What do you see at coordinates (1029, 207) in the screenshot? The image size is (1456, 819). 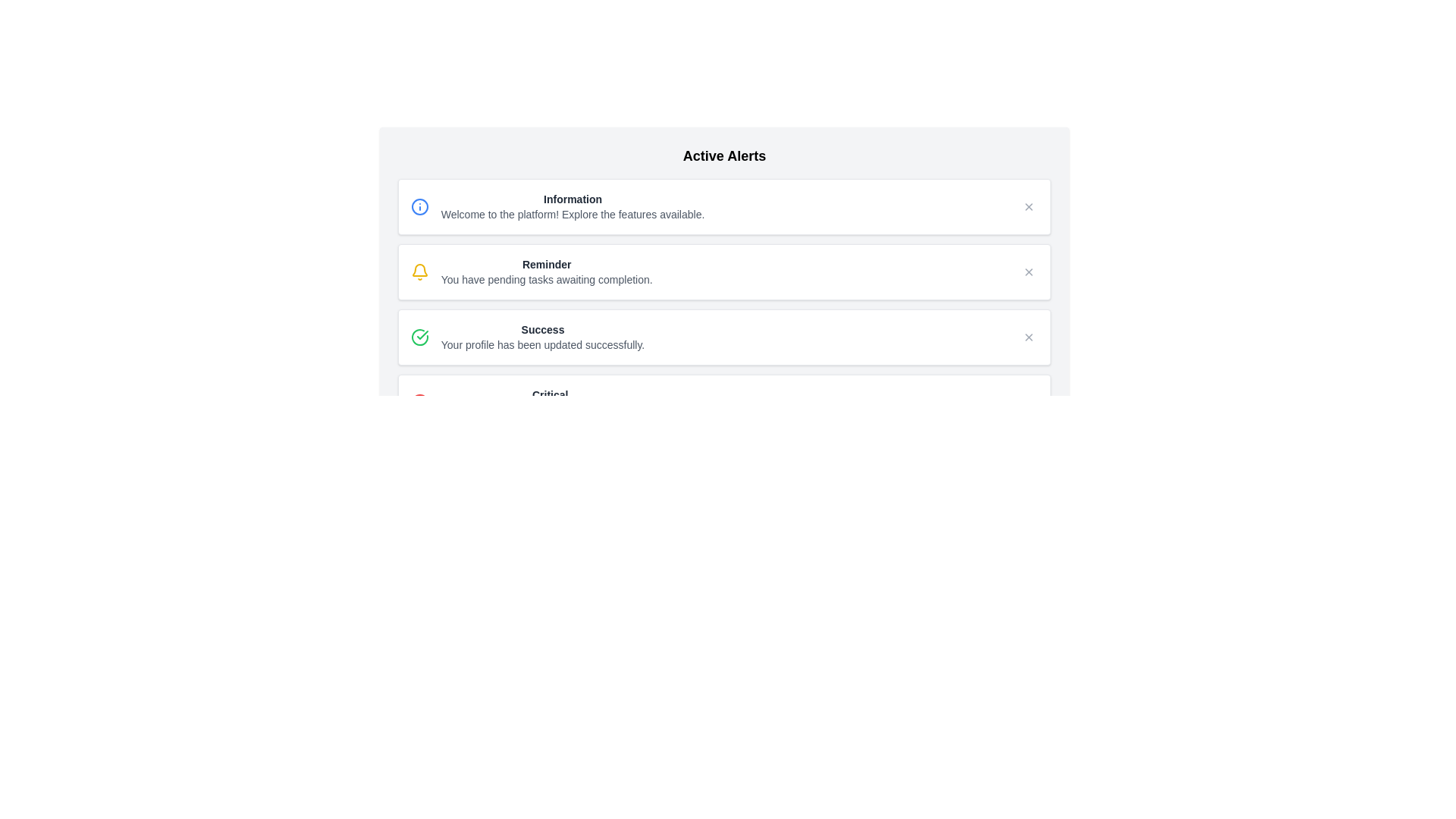 I see `the dismiss button located at the top-right corner of the 'Information' notification card to change the text color from gray to black` at bounding box center [1029, 207].